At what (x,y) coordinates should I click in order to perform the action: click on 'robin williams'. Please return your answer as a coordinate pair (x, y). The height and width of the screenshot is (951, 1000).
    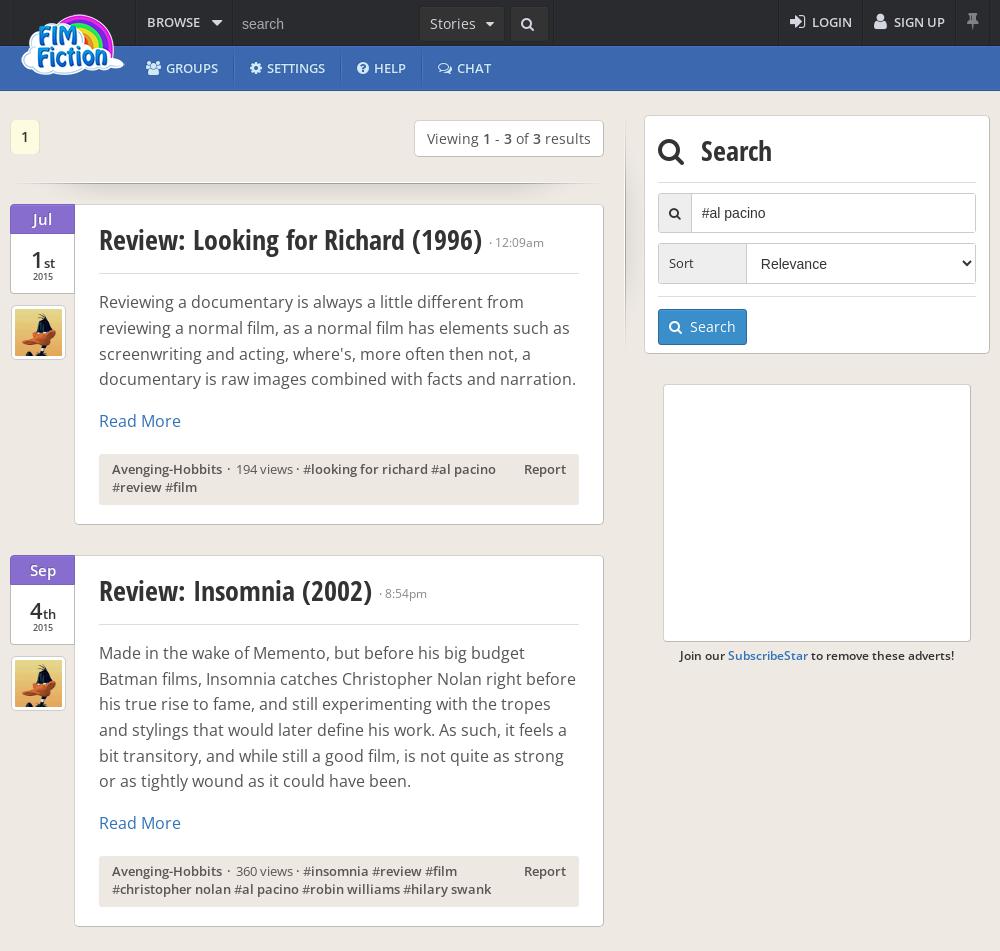
    Looking at the image, I should click on (353, 887).